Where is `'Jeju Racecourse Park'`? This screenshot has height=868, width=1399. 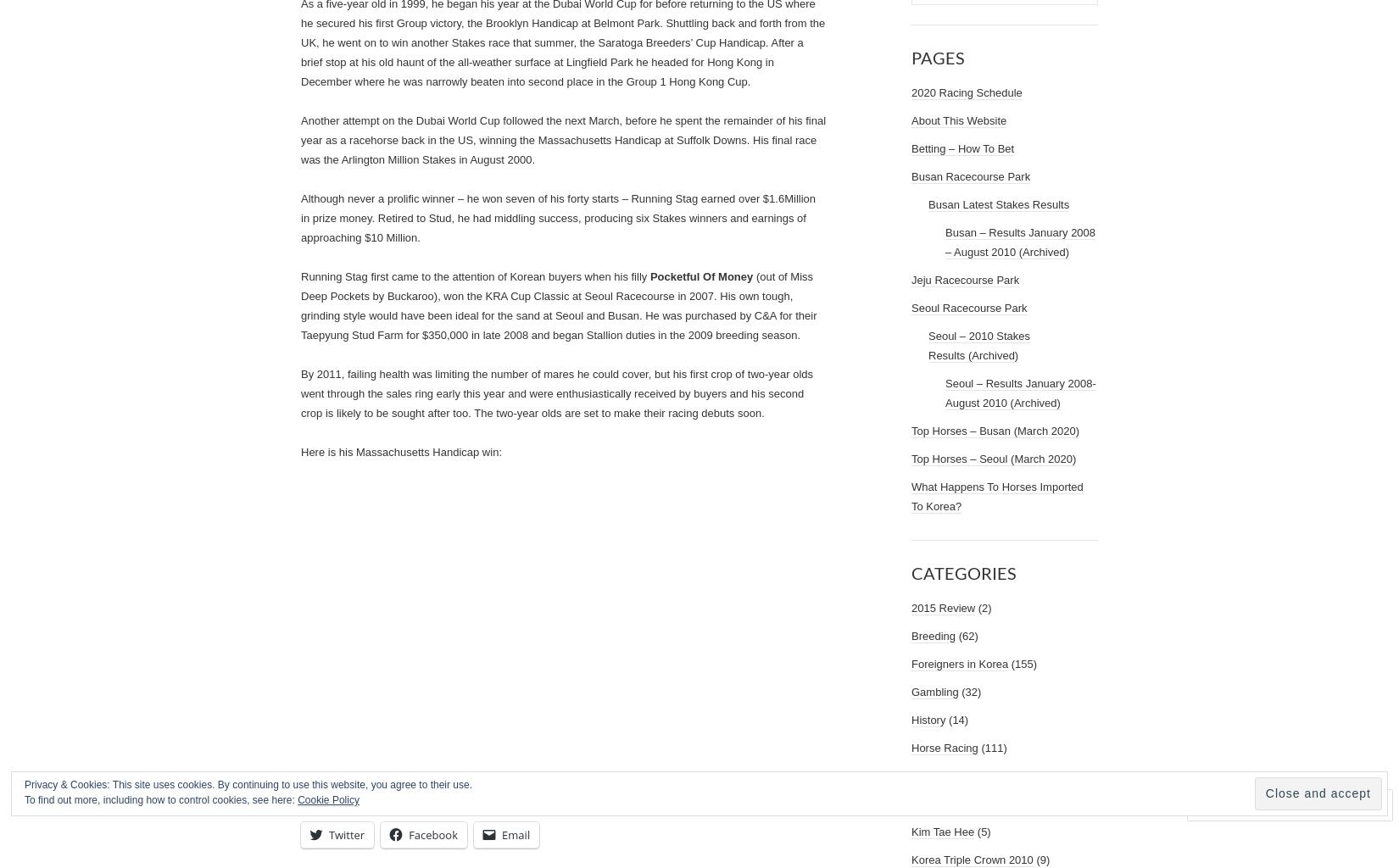 'Jeju Racecourse Park' is located at coordinates (965, 279).